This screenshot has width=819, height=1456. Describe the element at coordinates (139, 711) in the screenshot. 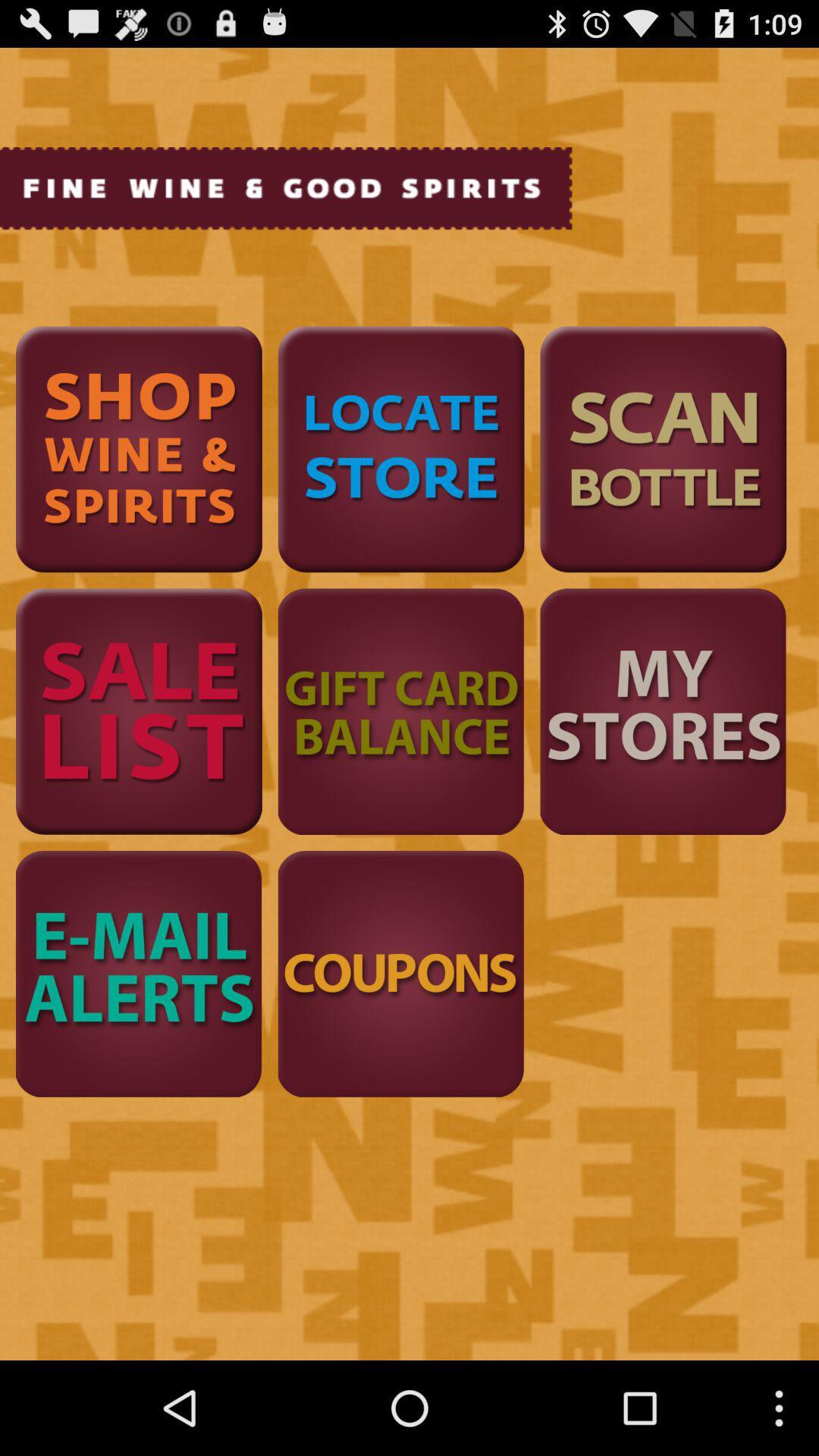

I see `the sale list` at that location.